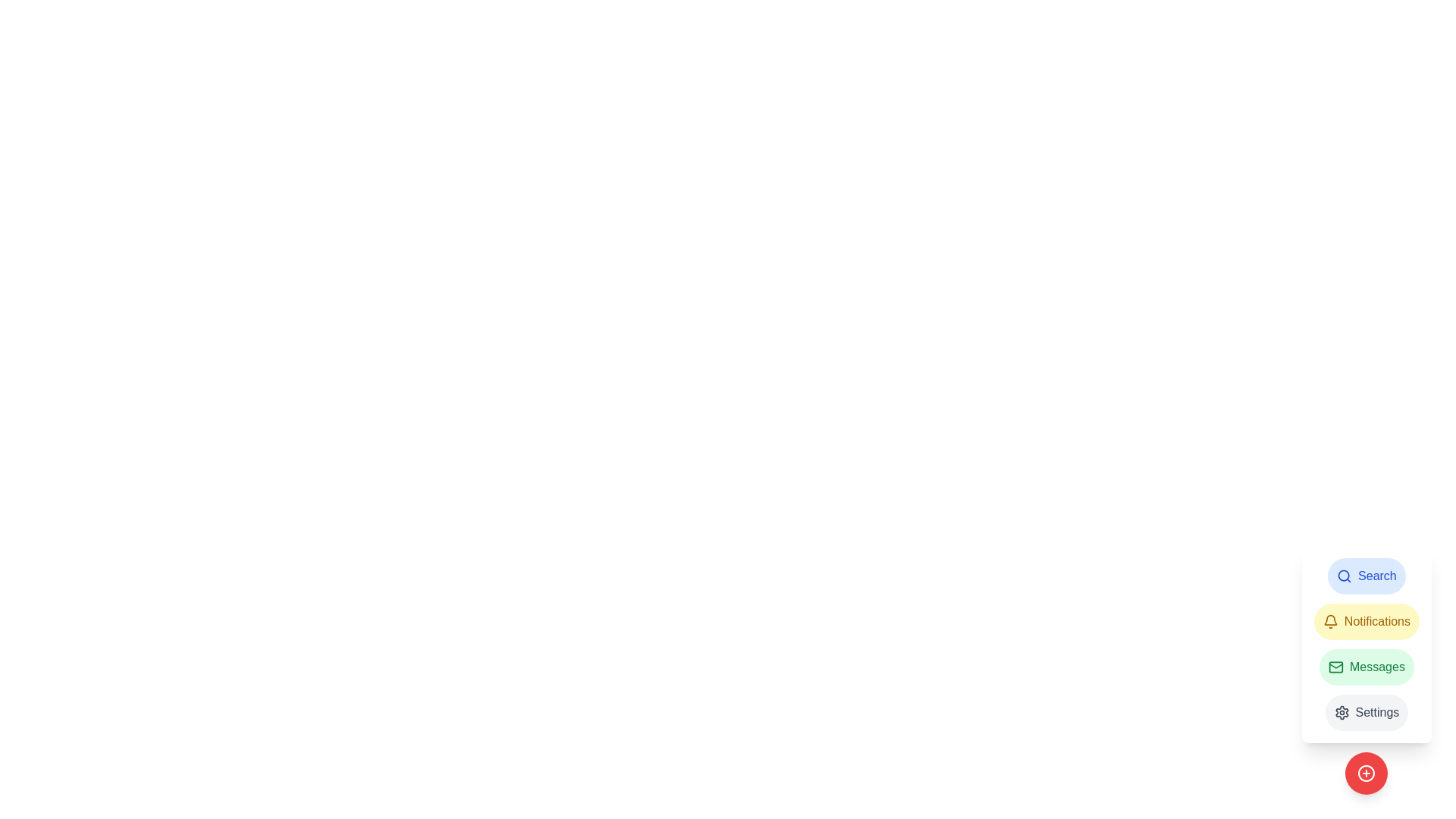 The height and width of the screenshot is (819, 1456). What do you see at coordinates (1367, 622) in the screenshot?
I see `the yellow rectangular button labeled 'Notifications' with a bell icon` at bounding box center [1367, 622].